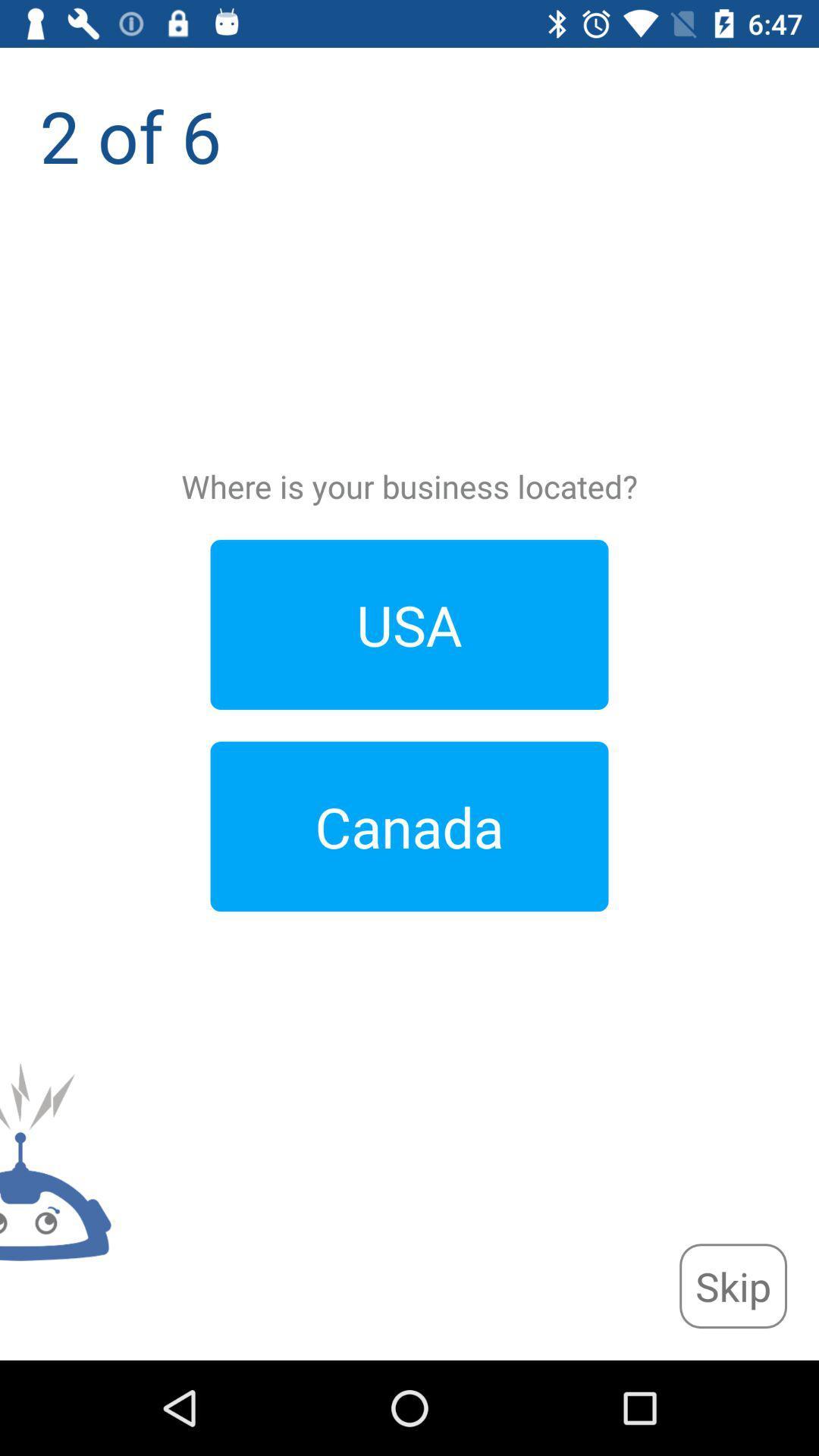 This screenshot has width=819, height=1456. What do you see at coordinates (733, 1285) in the screenshot?
I see `the icon at the bottom right corner` at bounding box center [733, 1285].